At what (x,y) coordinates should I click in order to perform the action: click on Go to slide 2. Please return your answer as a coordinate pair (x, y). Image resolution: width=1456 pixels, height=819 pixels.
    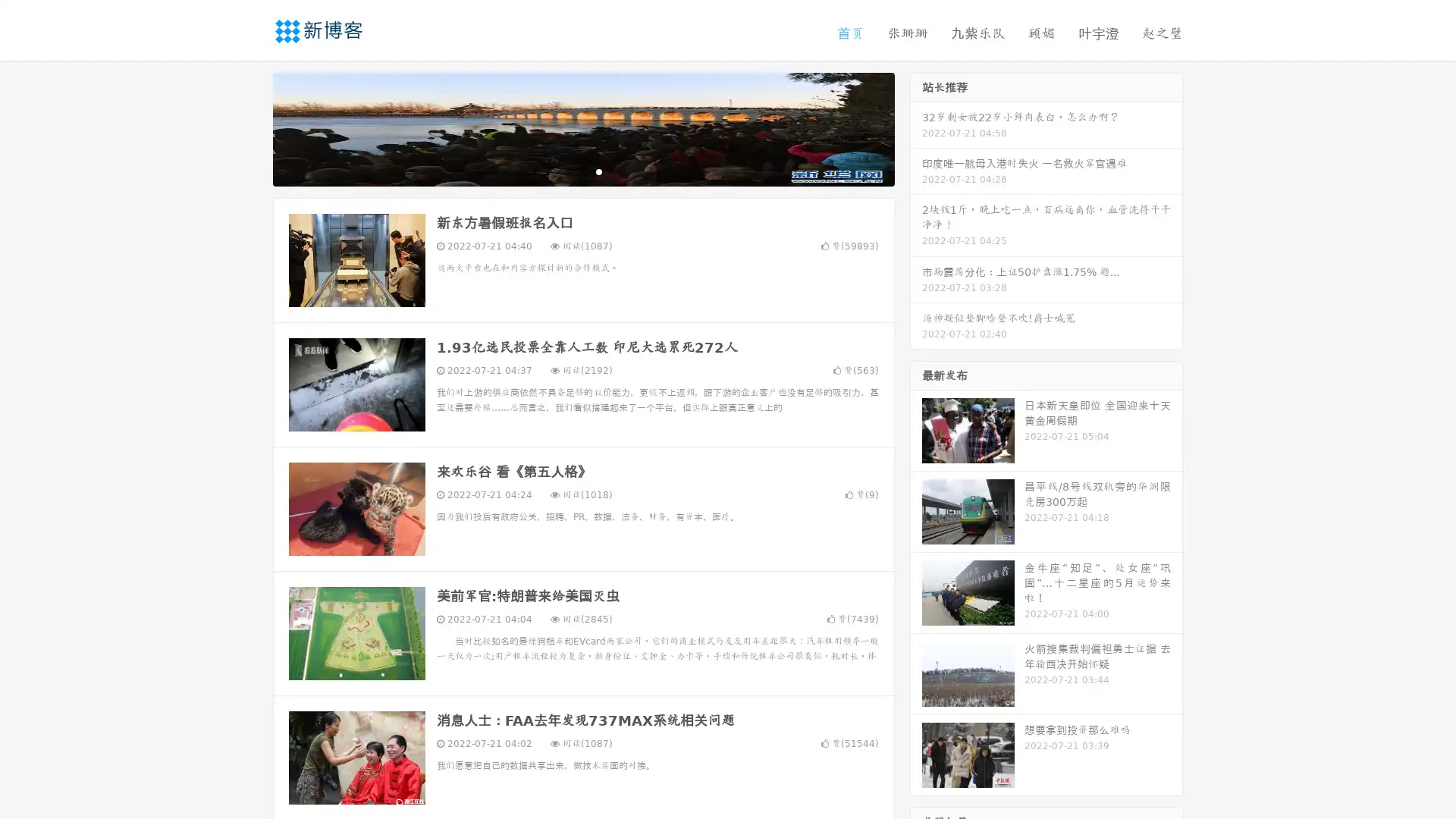
    Looking at the image, I should click on (582, 171).